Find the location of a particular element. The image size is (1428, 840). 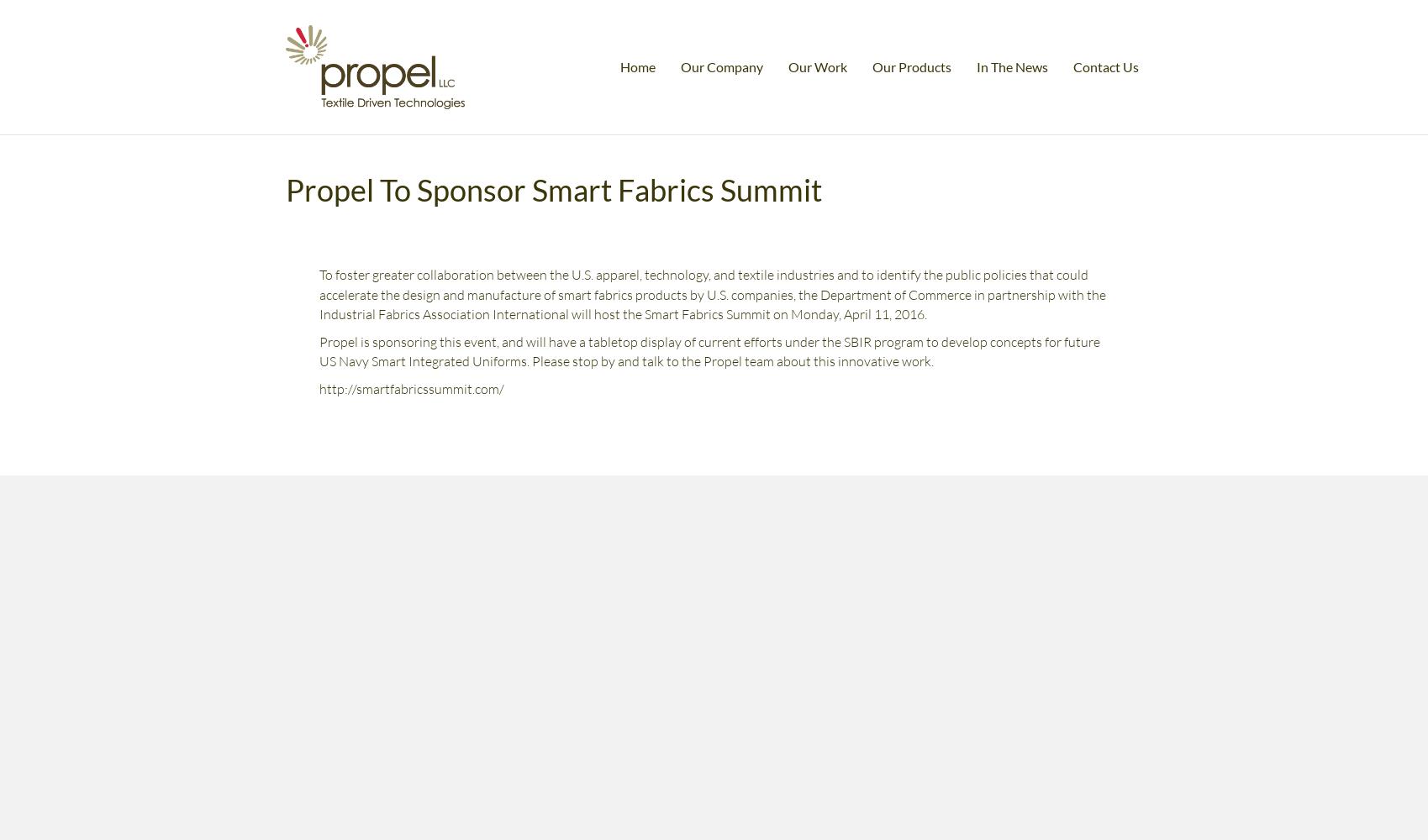

'http://smartfabricssummit.com/' is located at coordinates (409, 388).